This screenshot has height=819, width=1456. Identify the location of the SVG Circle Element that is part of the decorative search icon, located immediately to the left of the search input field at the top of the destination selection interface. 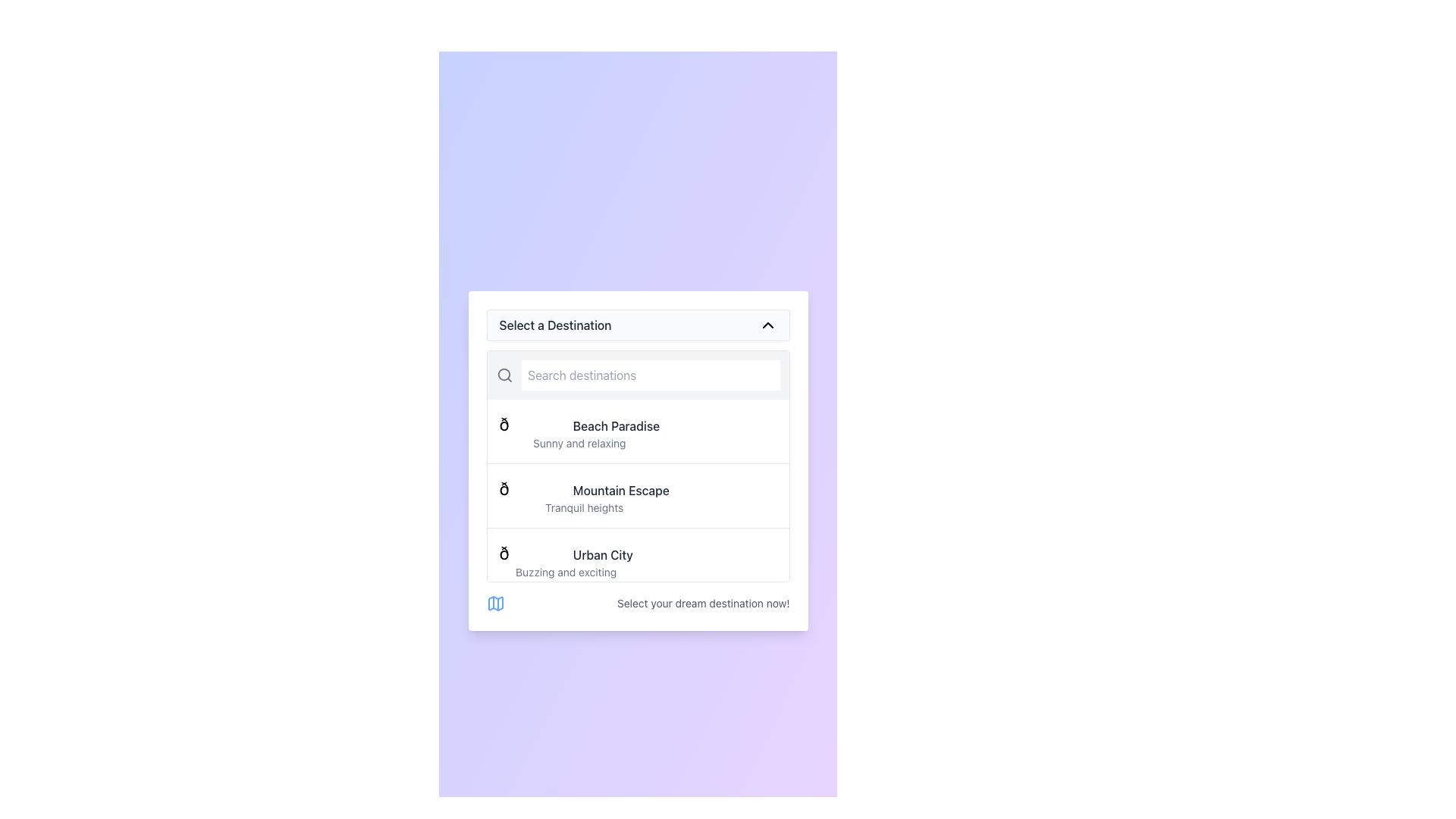
(504, 375).